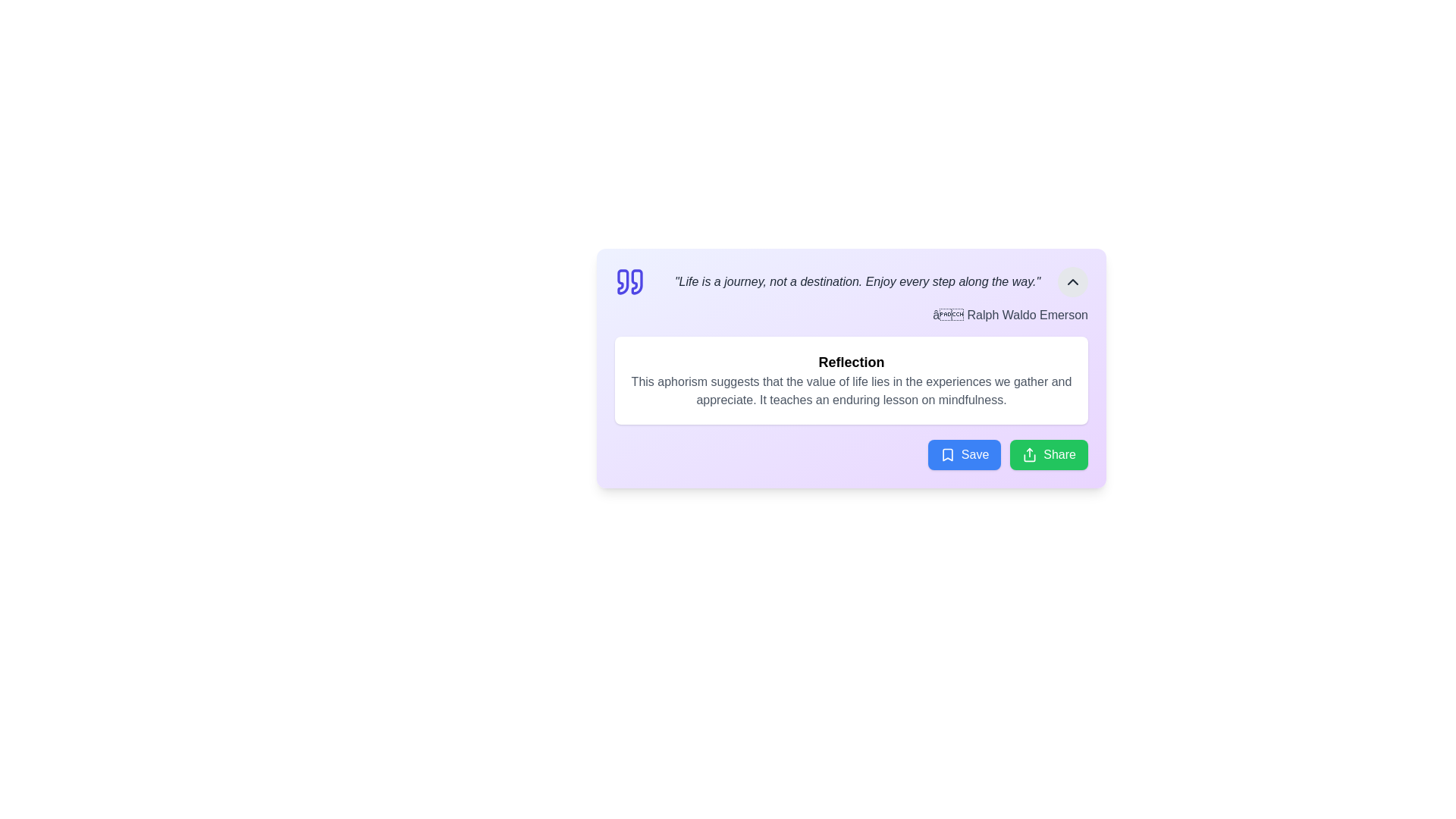 This screenshot has width=1456, height=819. Describe the element at coordinates (1072, 281) in the screenshot. I see `the toggle Icon Button located in the top-right corner of the card-like section` at that location.